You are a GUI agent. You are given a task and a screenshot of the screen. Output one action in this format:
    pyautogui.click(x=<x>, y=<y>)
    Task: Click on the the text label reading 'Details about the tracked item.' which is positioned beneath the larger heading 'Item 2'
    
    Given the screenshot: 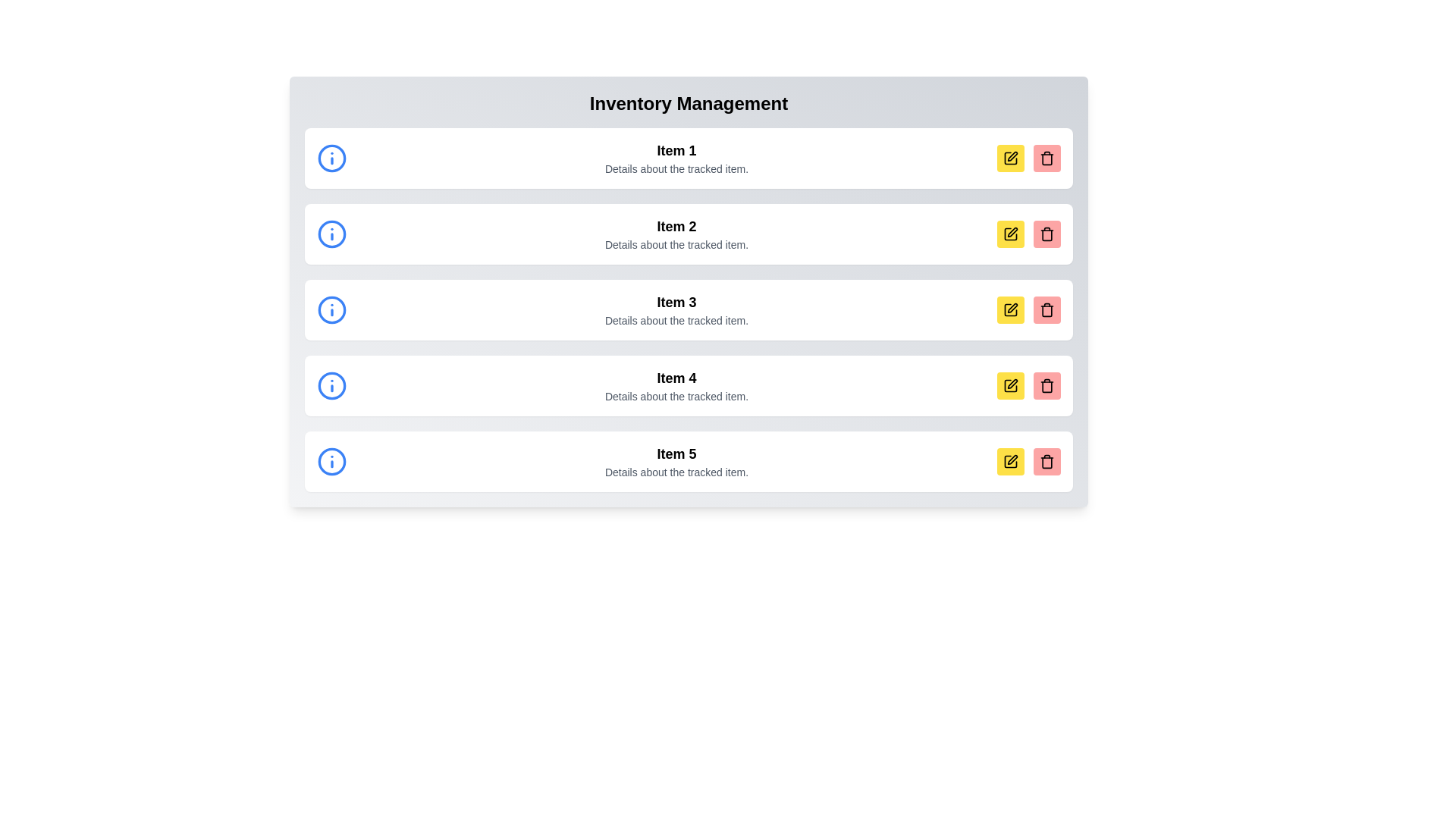 What is the action you would take?
    pyautogui.click(x=676, y=244)
    